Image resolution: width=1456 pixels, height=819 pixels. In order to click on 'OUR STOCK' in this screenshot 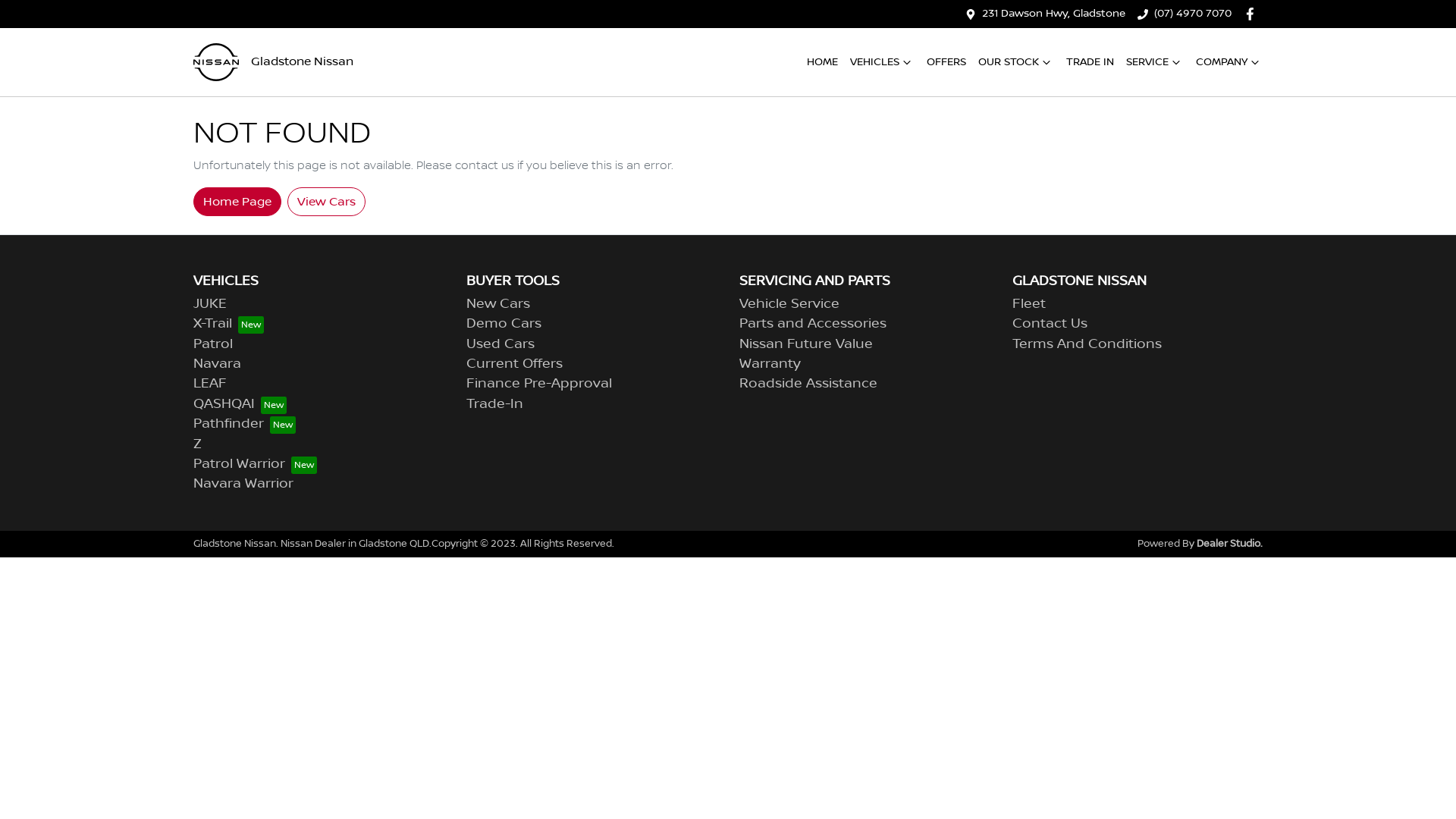, I will do `click(1015, 61)`.